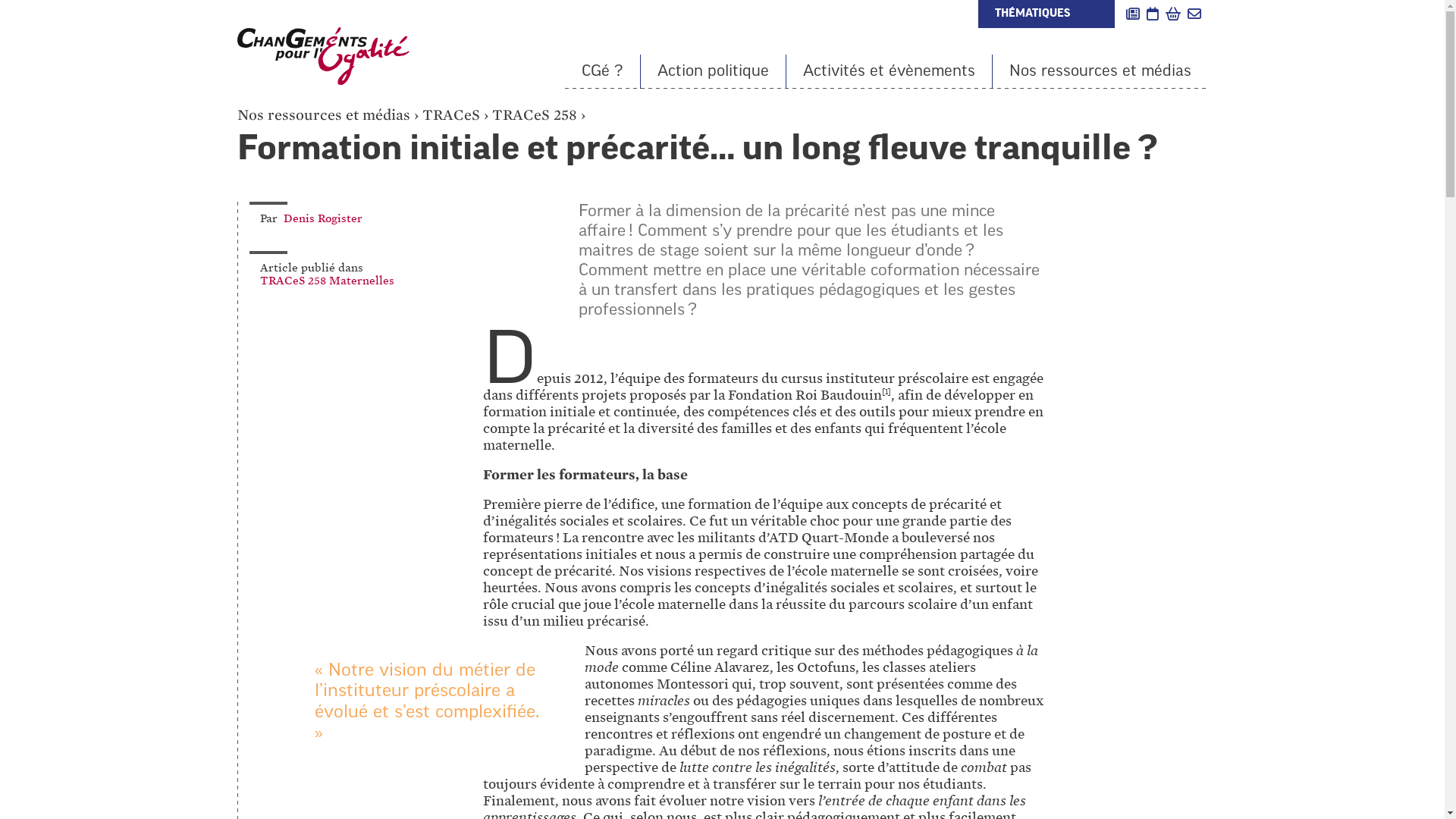 The height and width of the screenshot is (819, 1456). I want to click on 'TRACeS 258 Maternelles', so click(259, 281).